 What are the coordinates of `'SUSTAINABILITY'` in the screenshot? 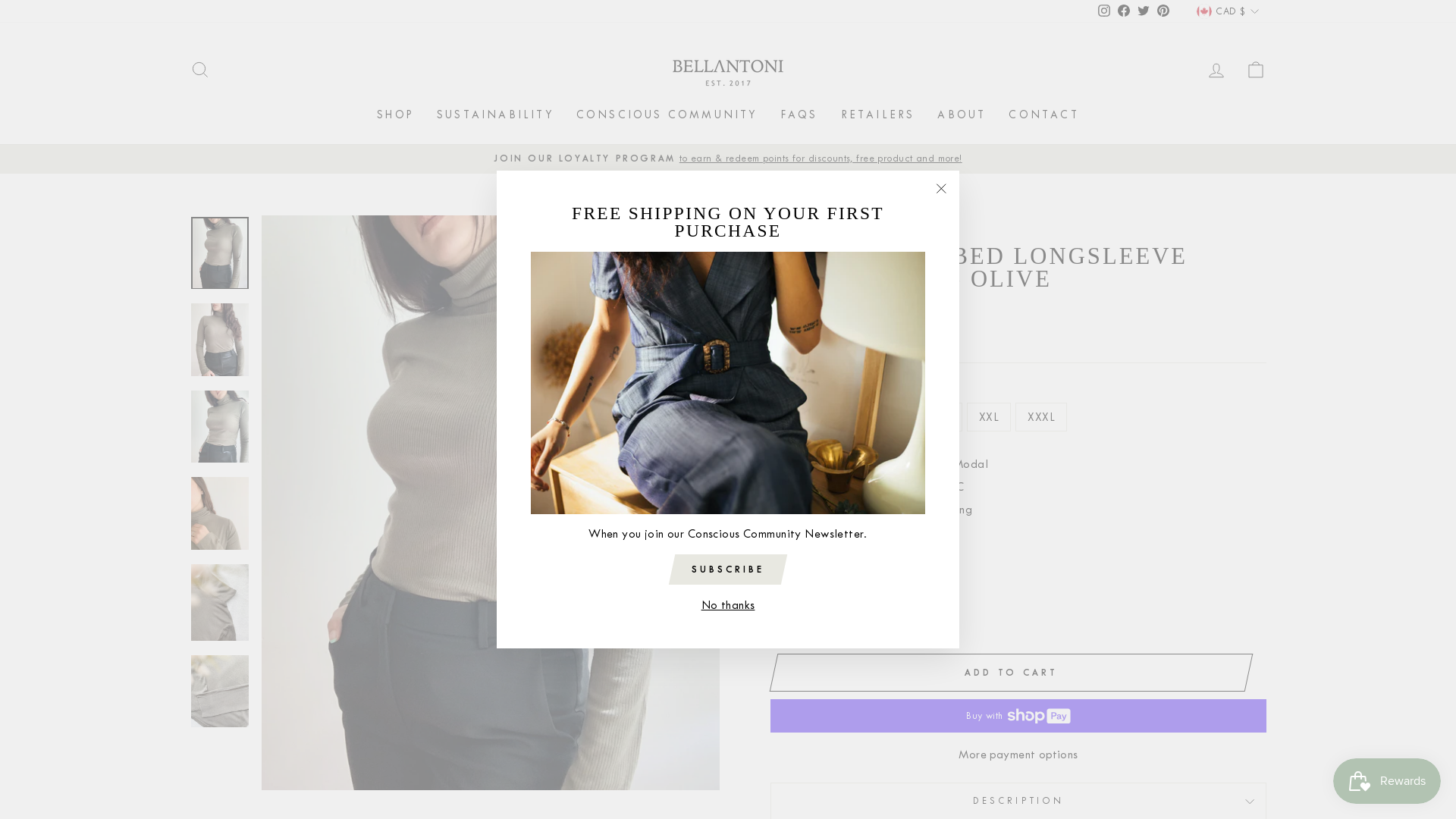 It's located at (494, 114).